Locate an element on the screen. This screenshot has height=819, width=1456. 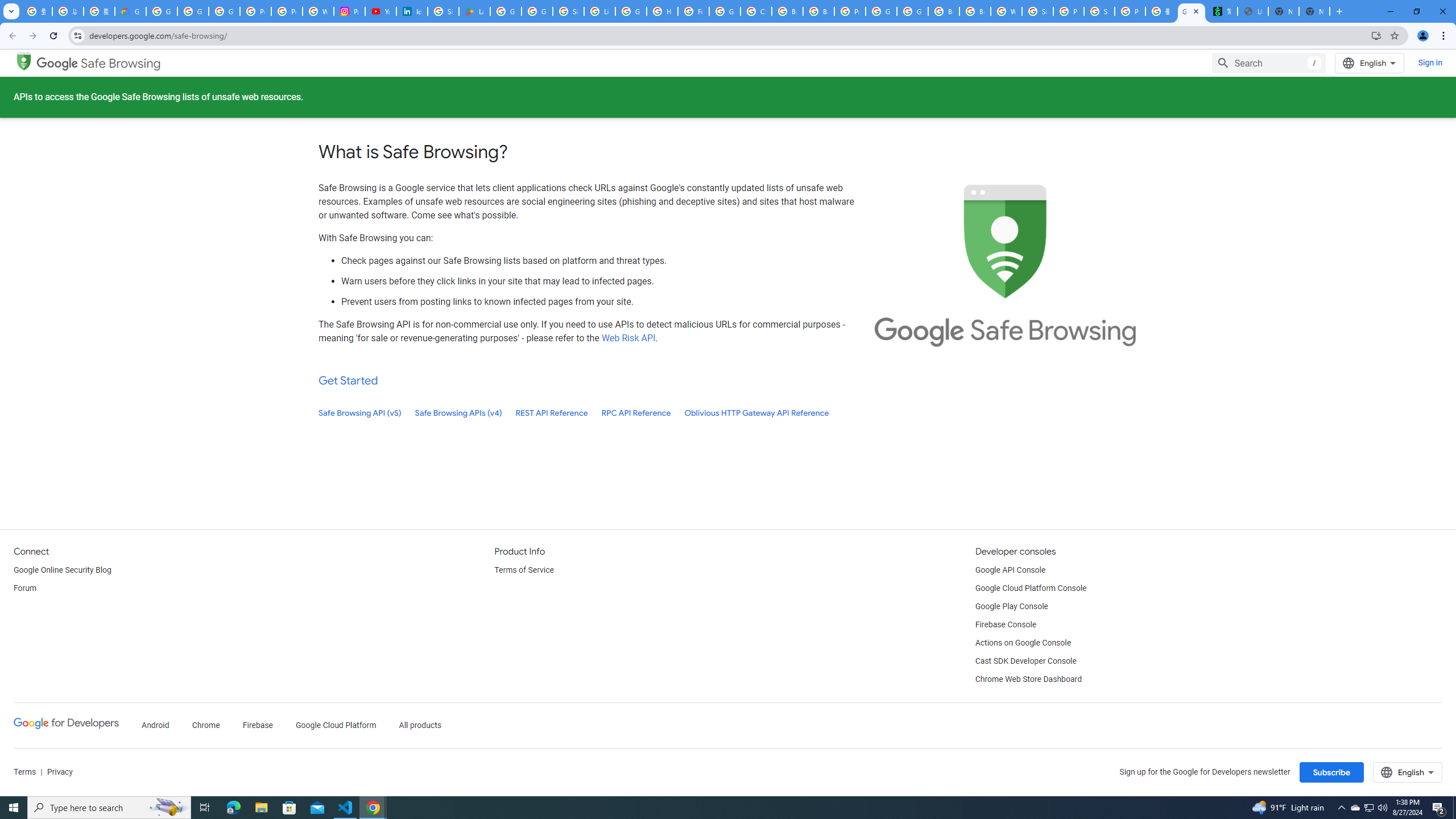
'REST API Reference' is located at coordinates (552, 412).